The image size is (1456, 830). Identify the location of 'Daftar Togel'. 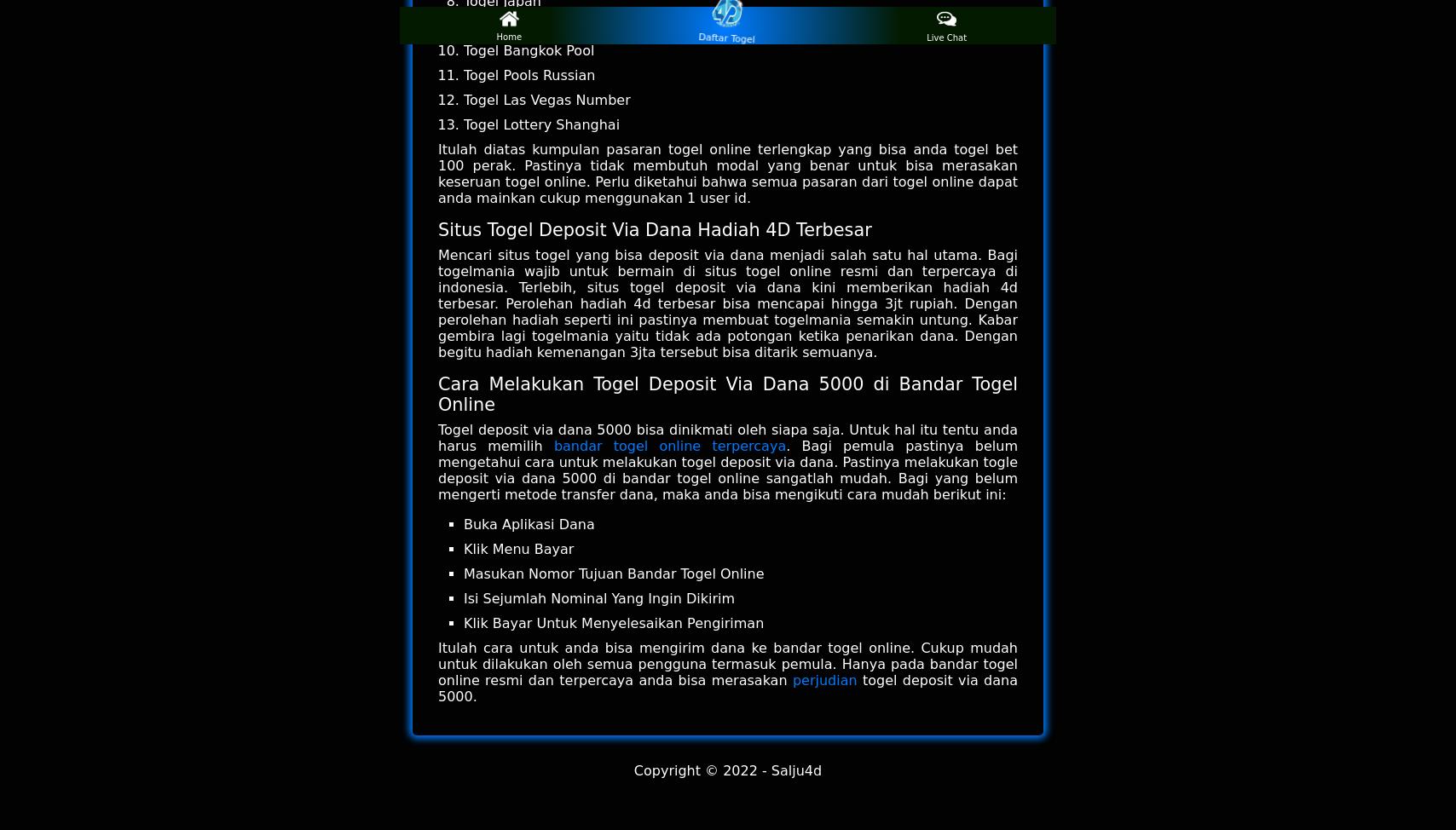
(728, 35).